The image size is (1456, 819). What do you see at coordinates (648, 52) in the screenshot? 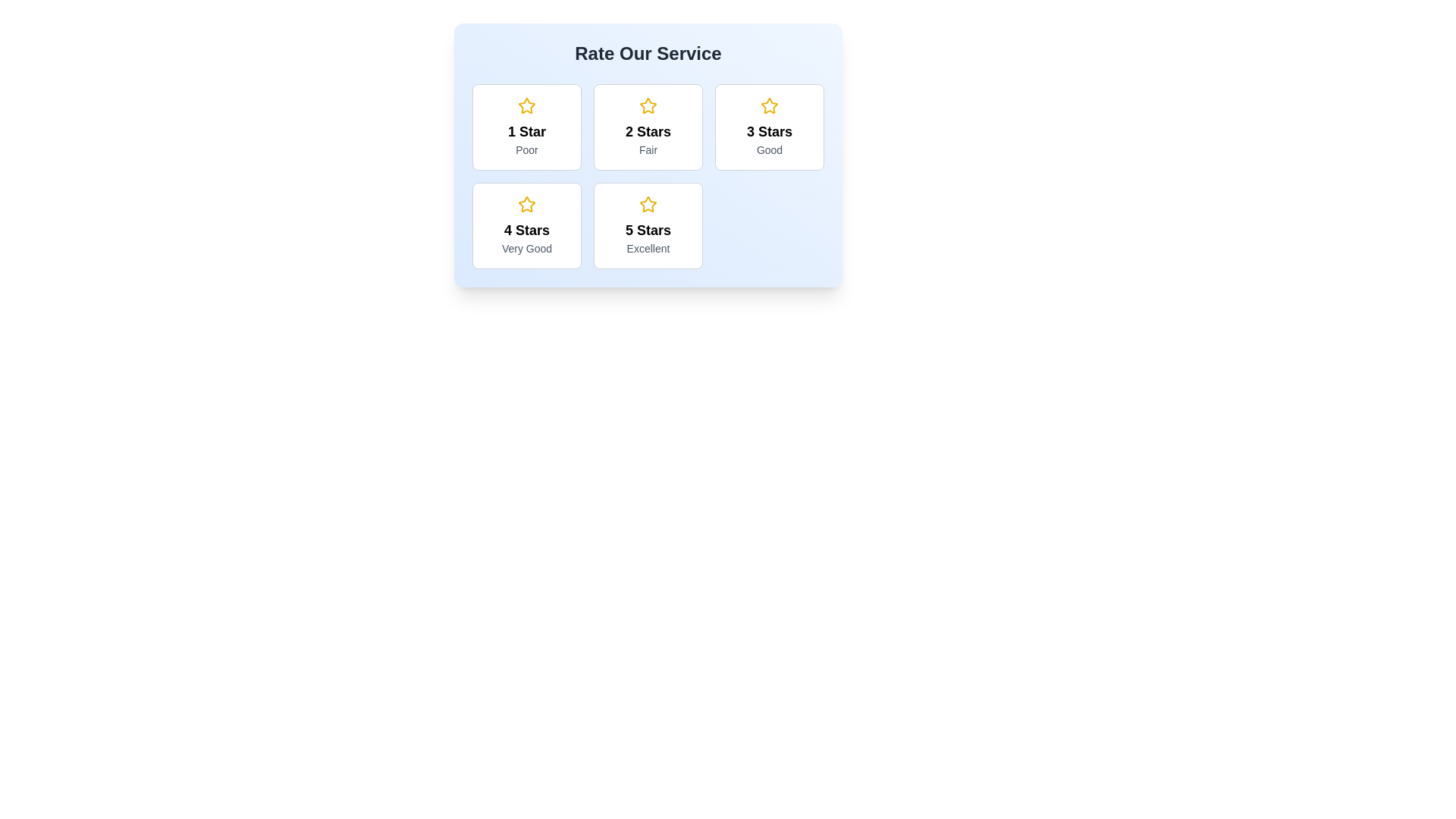
I see `the heading text label located at the top center of the rating section, which indicates the purpose of the subsequent components such as the rating stars` at bounding box center [648, 52].